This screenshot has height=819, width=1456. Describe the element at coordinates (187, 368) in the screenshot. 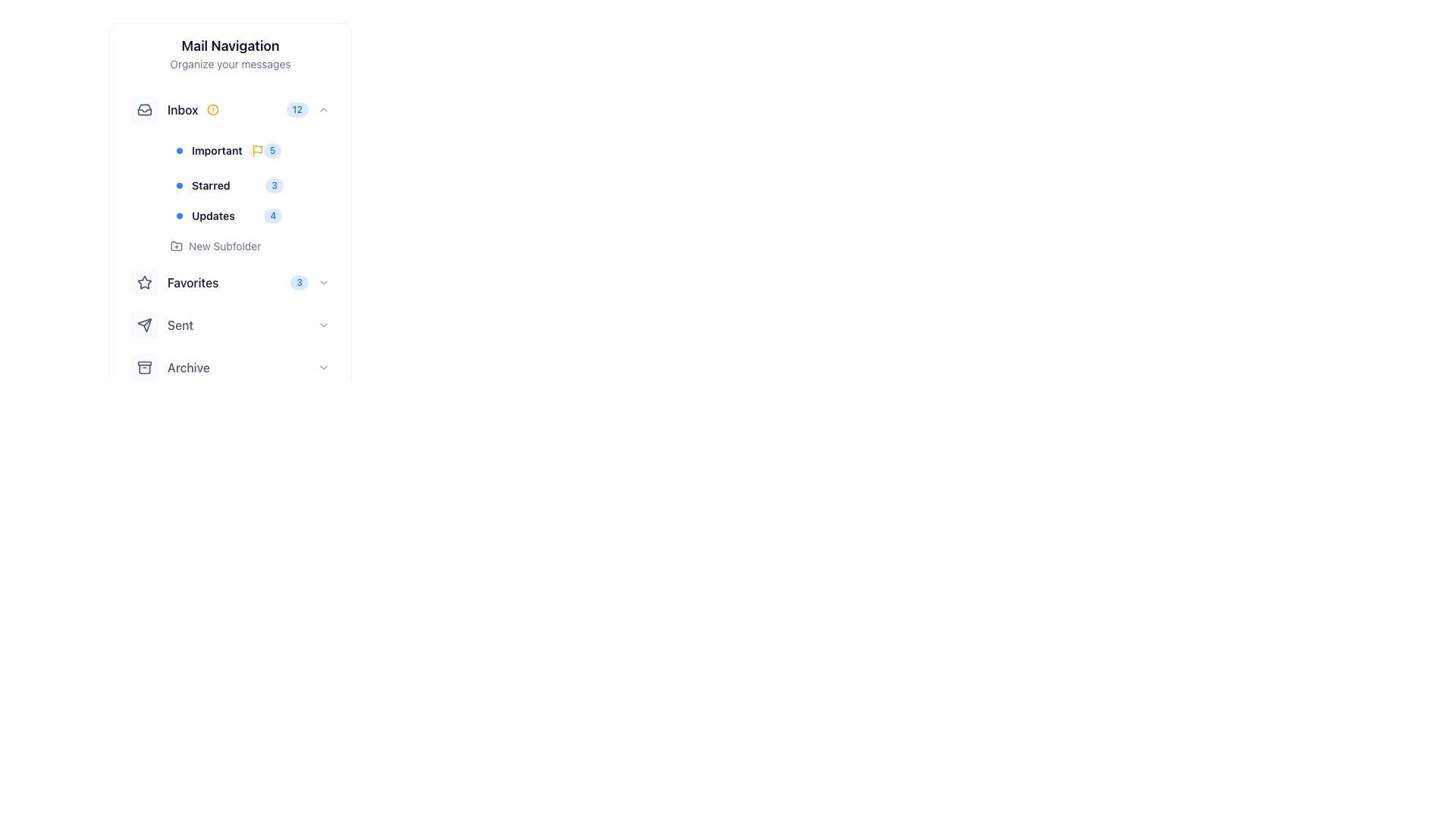

I see `label text of the 'Archive' navigation menu item, which is positioned as the textual label in the navigation menu` at that location.